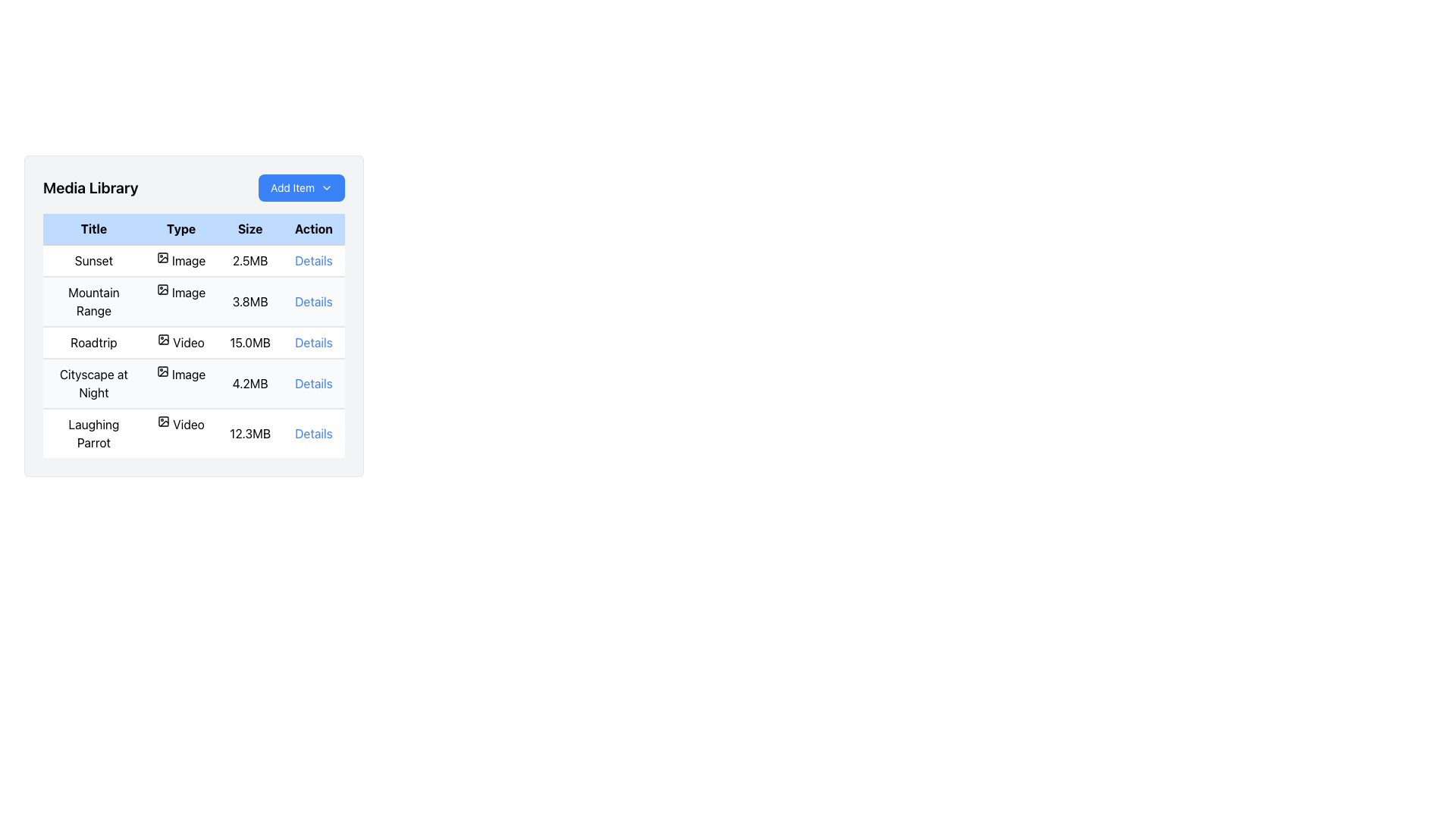 This screenshot has height=819, width=1456. What do you see at coordinates (250, 433) in the screenshot?
I see `the text '12.3MB' in the 'Size' column of the 'Media Library' table, located in the fifth row, adjacent to 'Laughing Parrot'` at bounding box center [250, 433].